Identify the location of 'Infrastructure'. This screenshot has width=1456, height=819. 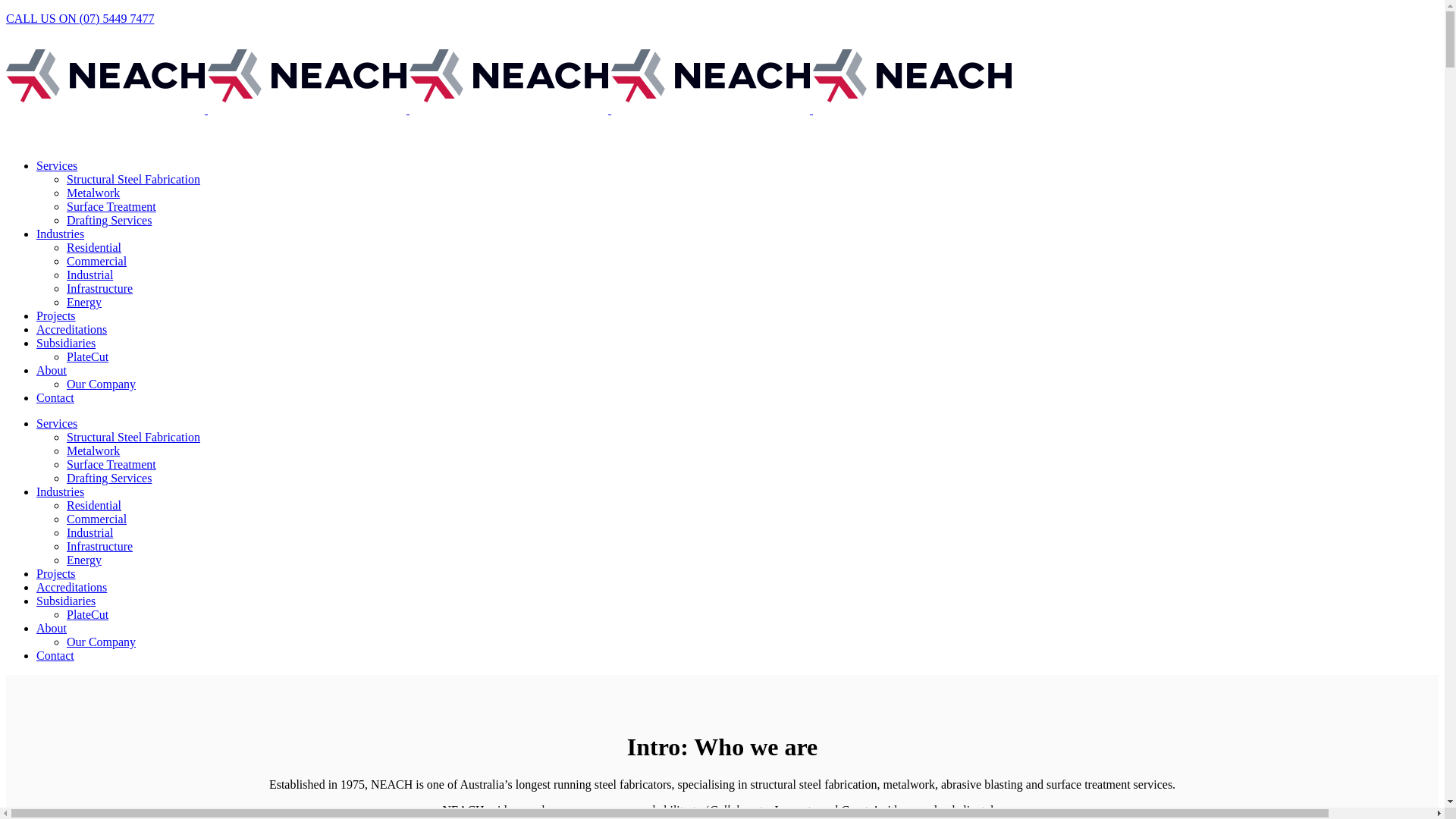
(99, 546).